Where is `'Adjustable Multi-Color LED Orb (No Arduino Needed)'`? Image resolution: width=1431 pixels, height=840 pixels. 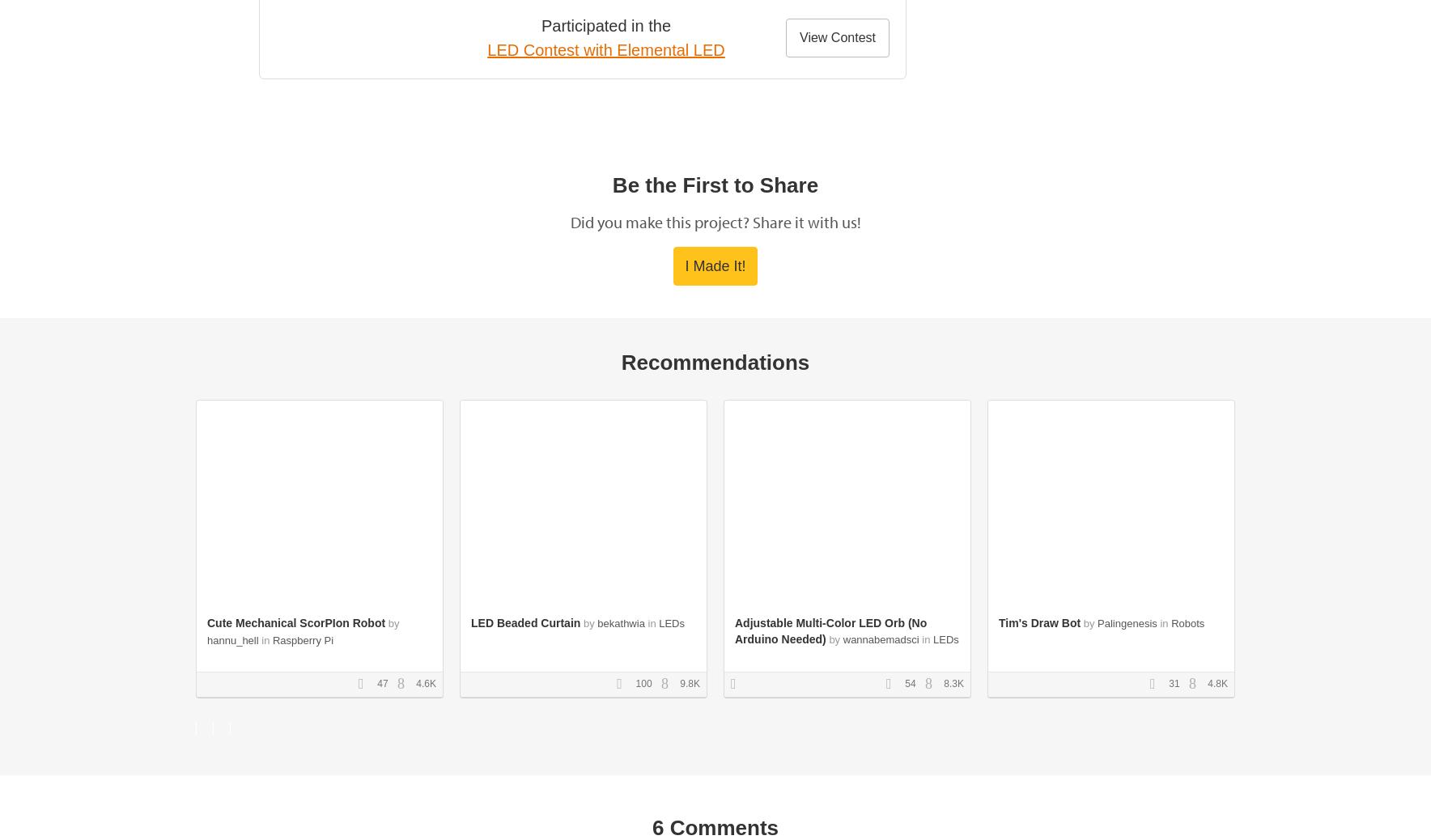 'Adjustable Multi-Color LED Orb (No Arduino Needed)' is located at coordinates (830, 630).